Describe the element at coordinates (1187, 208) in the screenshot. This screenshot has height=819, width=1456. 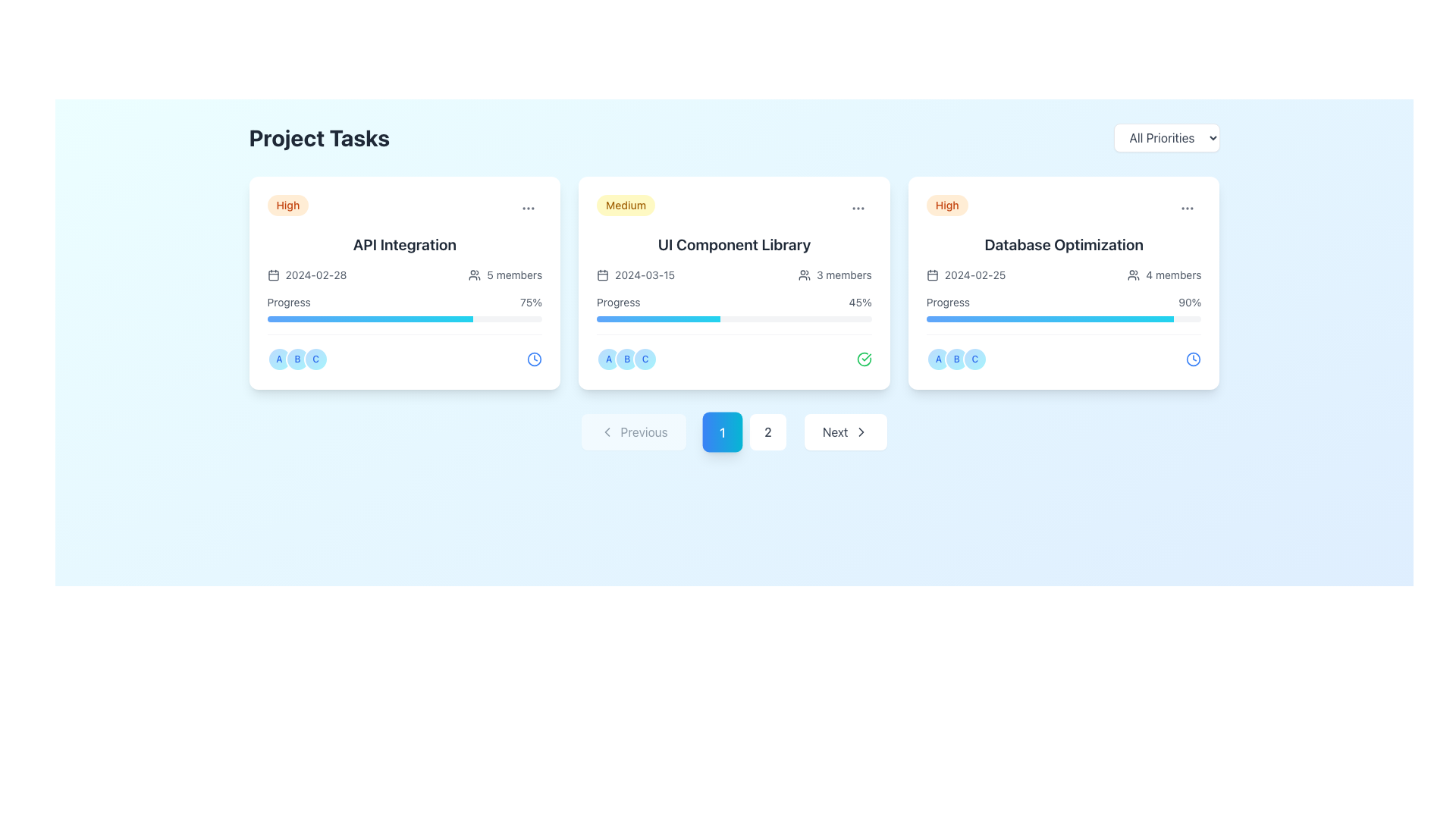
I see `the horizontal ellipsis icon located in the right-top corner of the 'Database Optimization' card above the progress bar` at that location.